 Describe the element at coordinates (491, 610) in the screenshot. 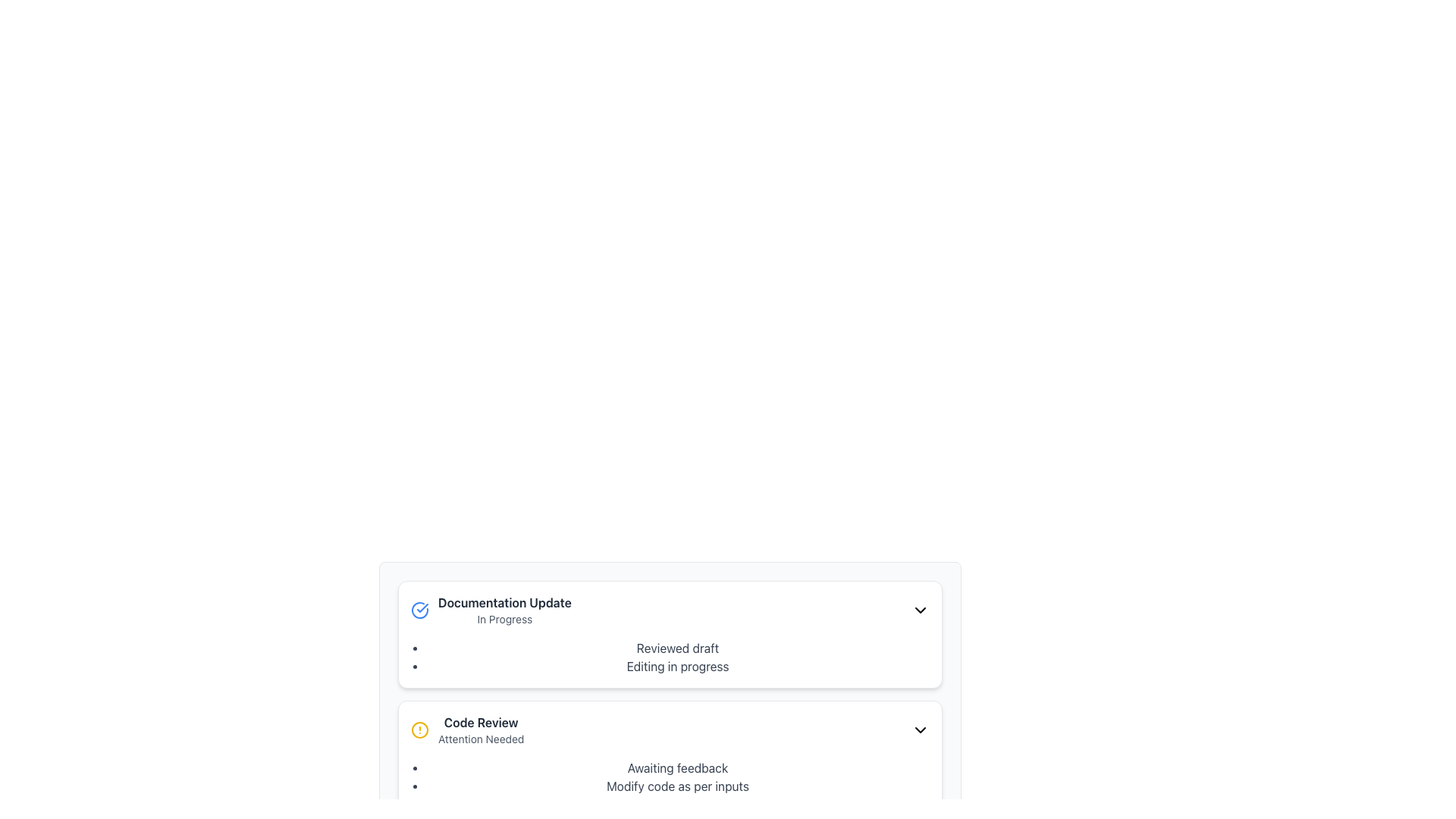

I see `text content of the List item with the status indicator that includes 'Documentation Update' and 'In Progress'` at that location.